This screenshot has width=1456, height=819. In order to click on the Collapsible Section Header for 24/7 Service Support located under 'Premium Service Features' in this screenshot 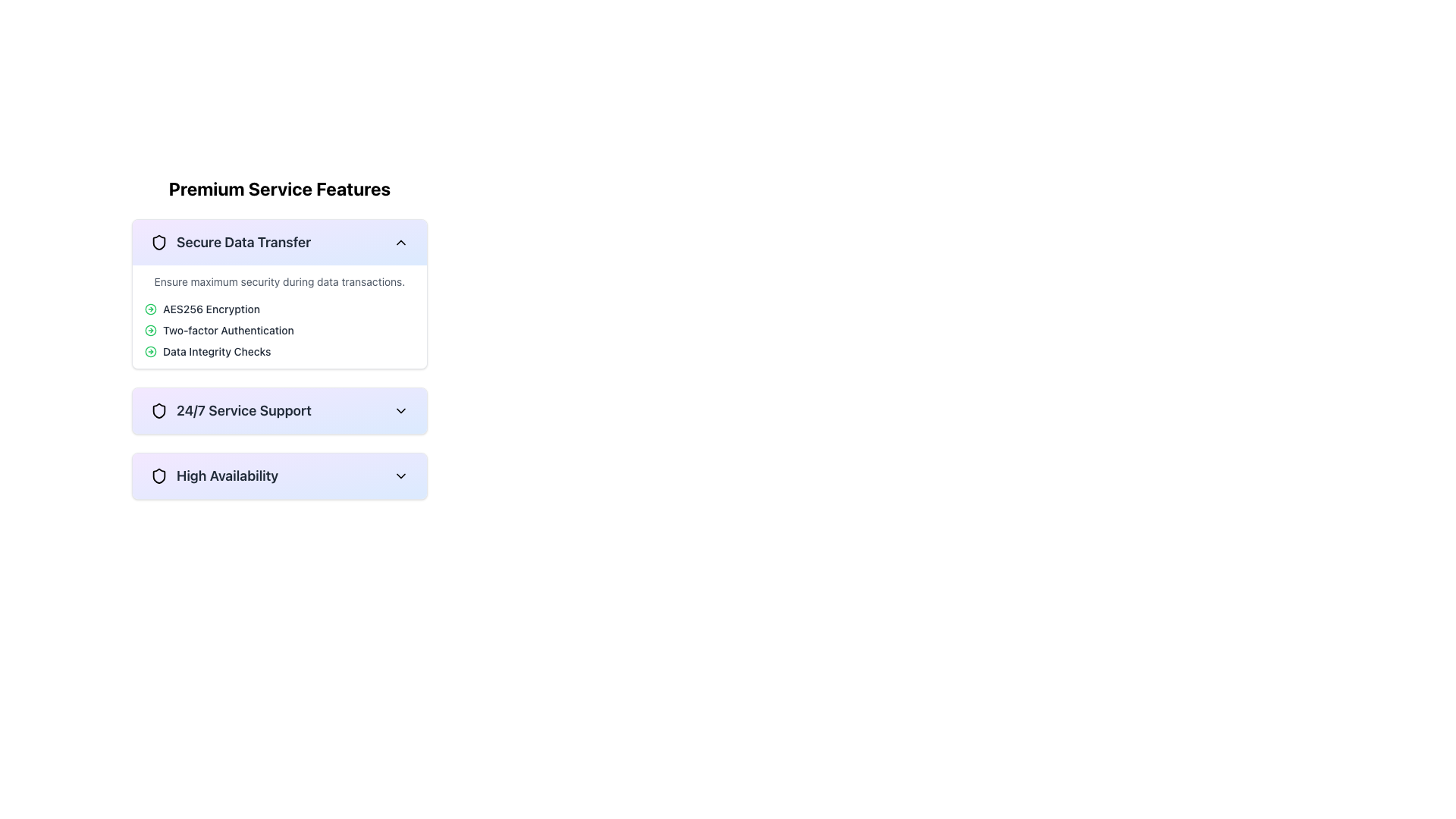, I will do `click(280, 411)`.